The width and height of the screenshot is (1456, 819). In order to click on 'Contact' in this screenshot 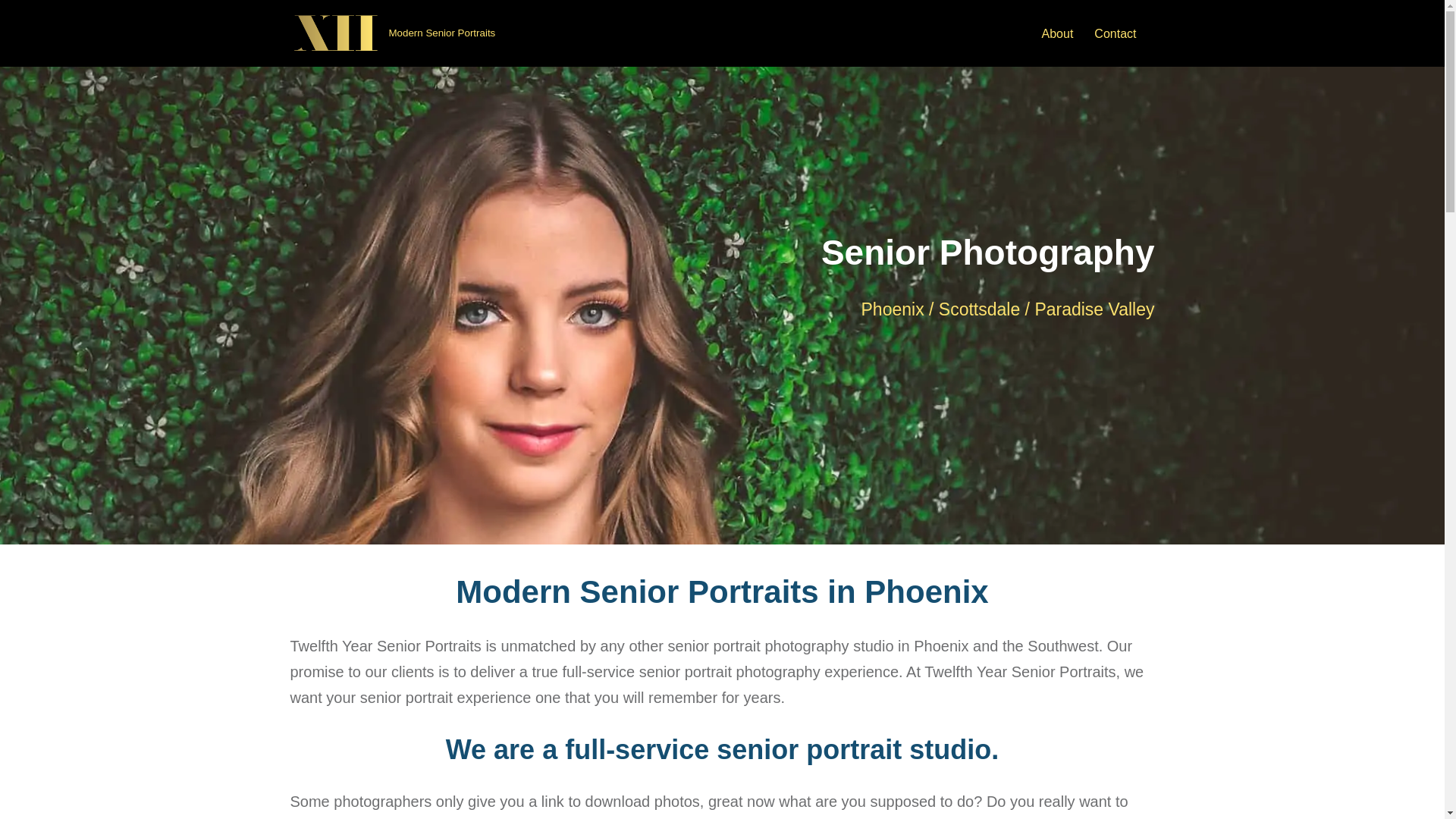, I will do `click(1115, 33)`.